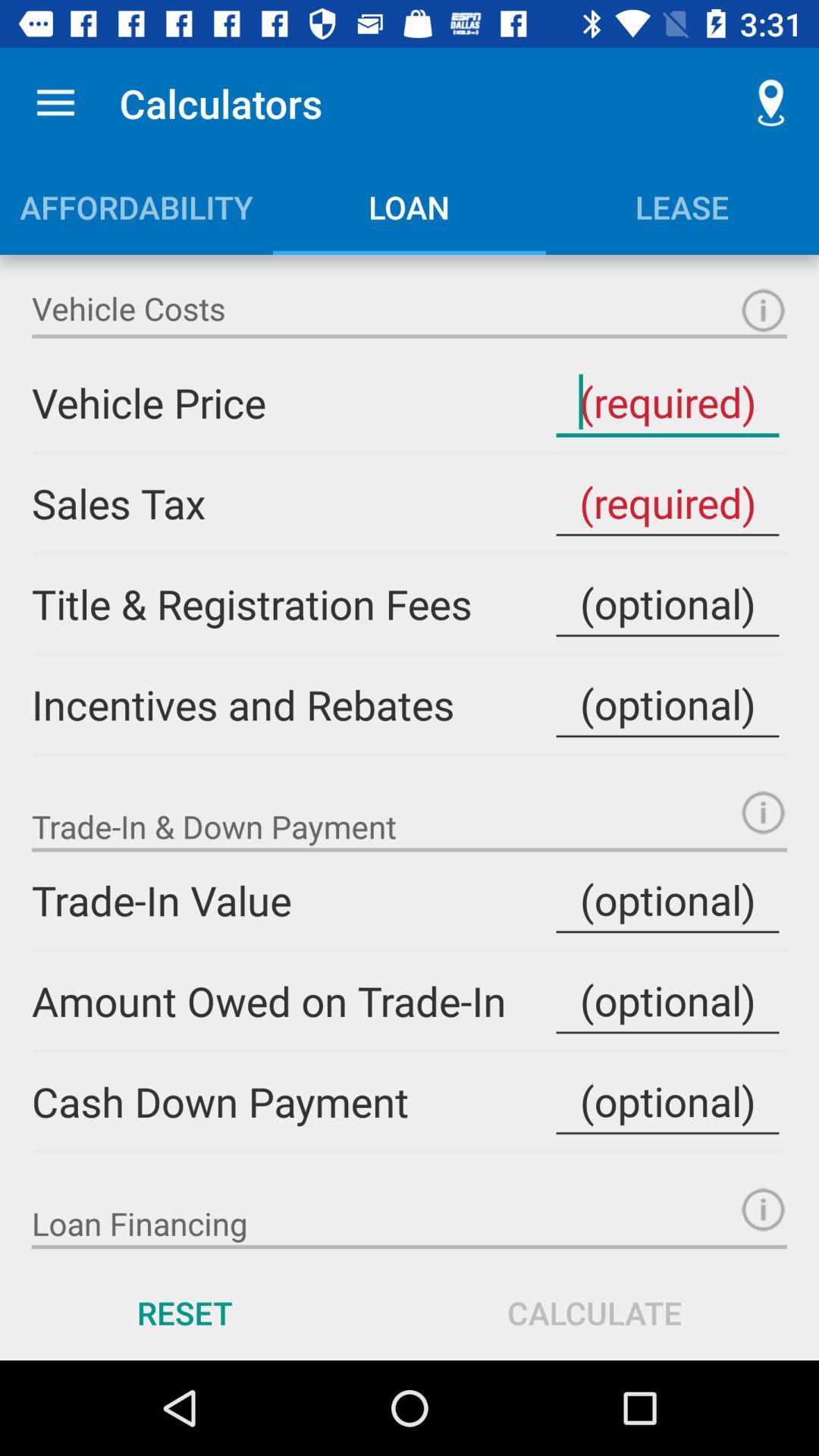  I want to click on the icon next to calculate item, so click(184, 1312).